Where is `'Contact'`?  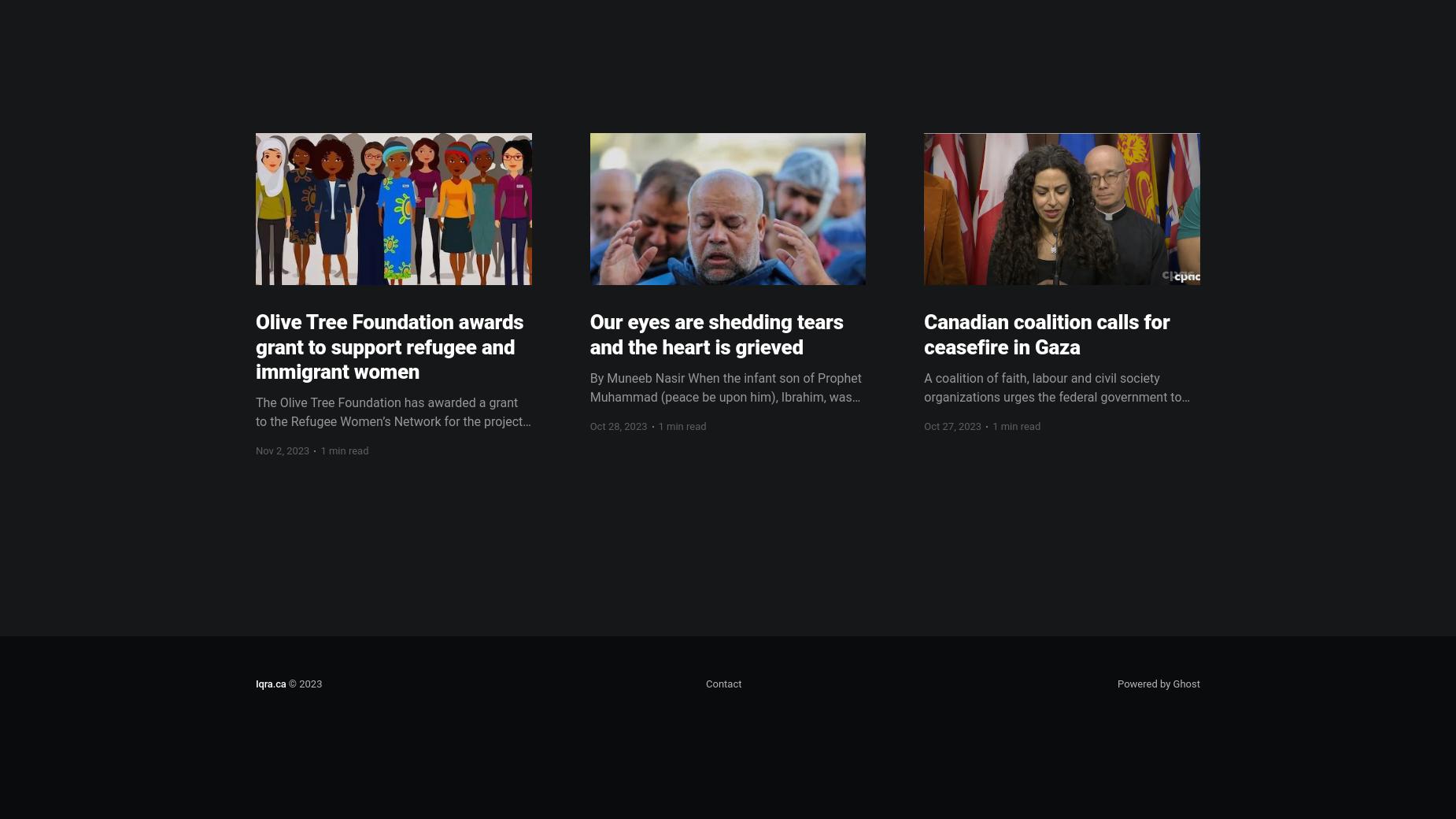
'Contact' is located at coordinates (723, 682).